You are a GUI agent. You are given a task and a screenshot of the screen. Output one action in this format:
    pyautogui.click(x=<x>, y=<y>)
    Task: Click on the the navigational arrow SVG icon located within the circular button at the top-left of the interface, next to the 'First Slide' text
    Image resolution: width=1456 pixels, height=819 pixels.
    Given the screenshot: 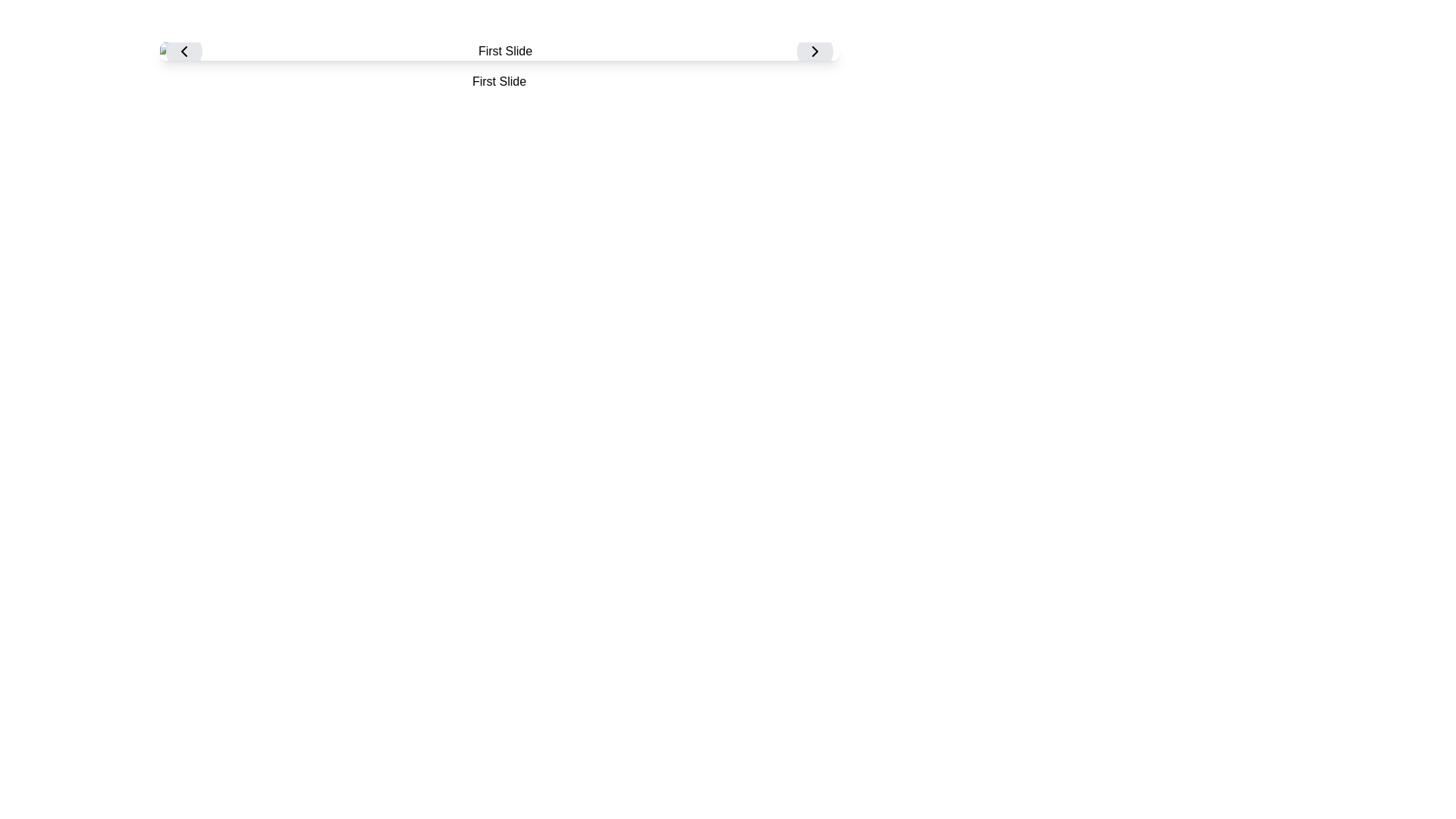 What is the action you would take?
    pyautogui.click(x=183, y=51)
    